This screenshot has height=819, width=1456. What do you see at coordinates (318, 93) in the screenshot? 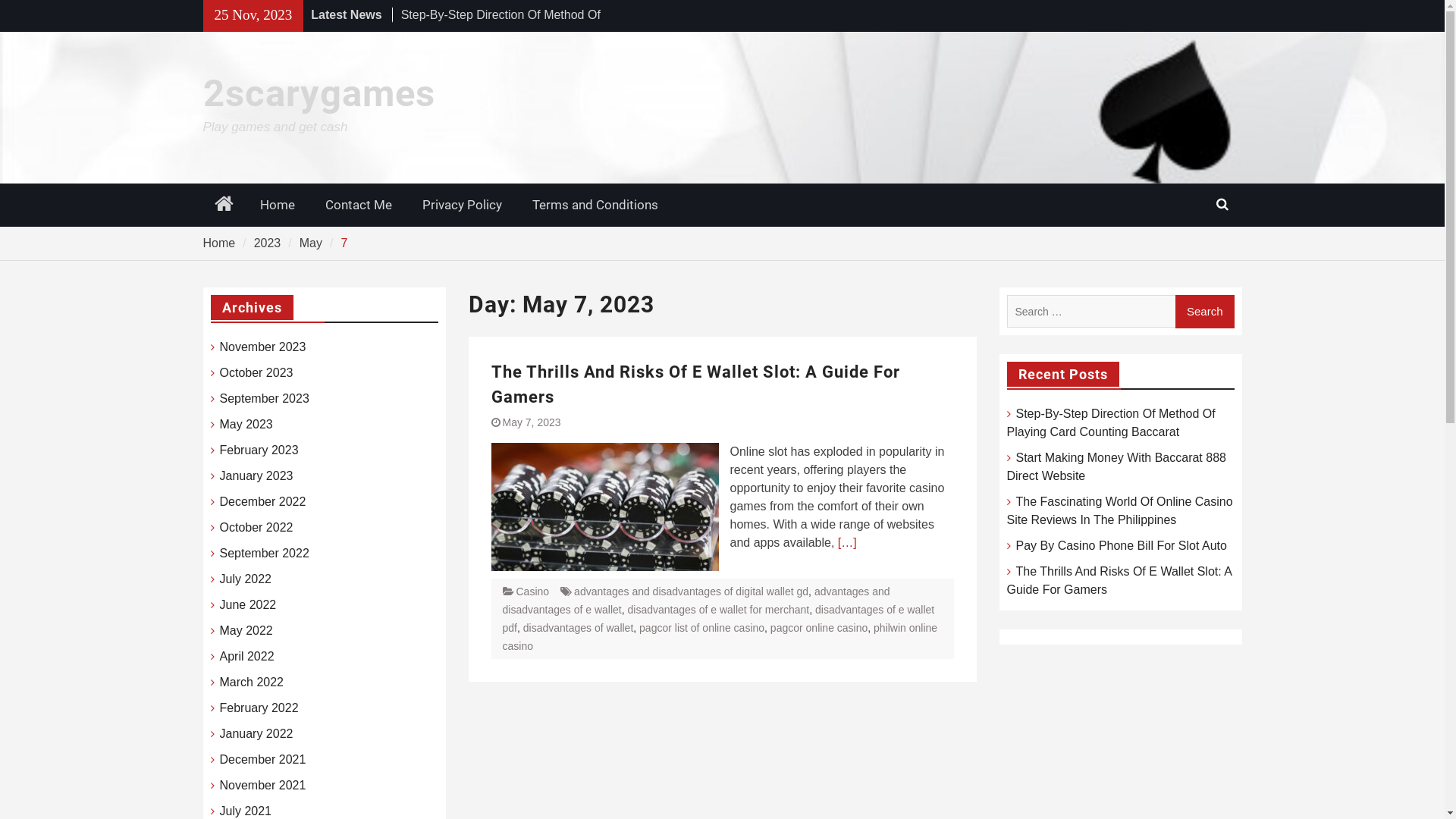
I see `'2scarygames'` at bounding box center [318, 93].